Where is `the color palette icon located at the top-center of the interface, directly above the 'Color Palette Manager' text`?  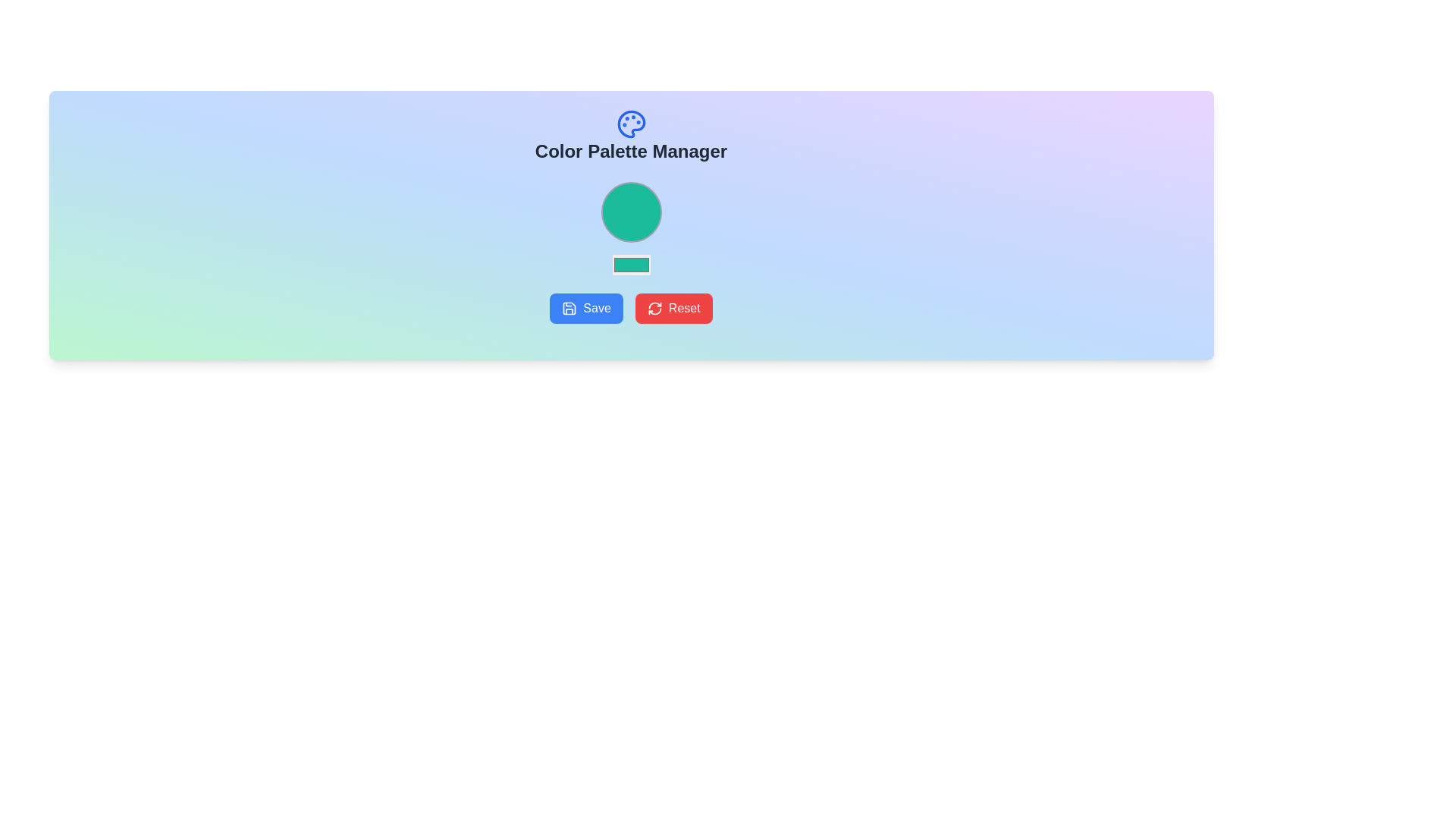
the color palette icon located at the top-center of the interface, directly above the 'Color Palette Manager' text is located at coordinates (631, 124).